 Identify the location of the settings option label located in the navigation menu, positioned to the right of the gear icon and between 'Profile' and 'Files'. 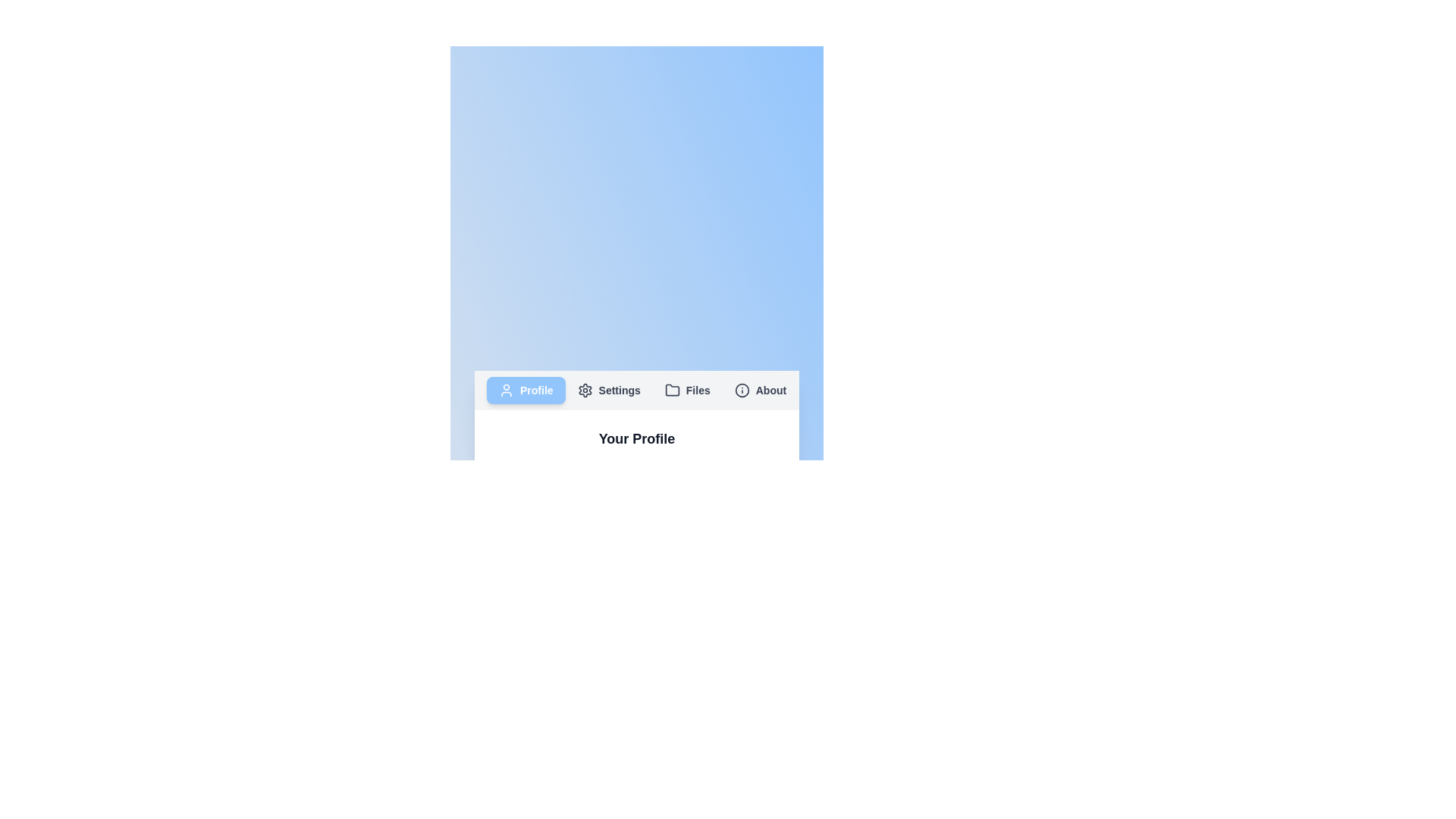
(620, 390).